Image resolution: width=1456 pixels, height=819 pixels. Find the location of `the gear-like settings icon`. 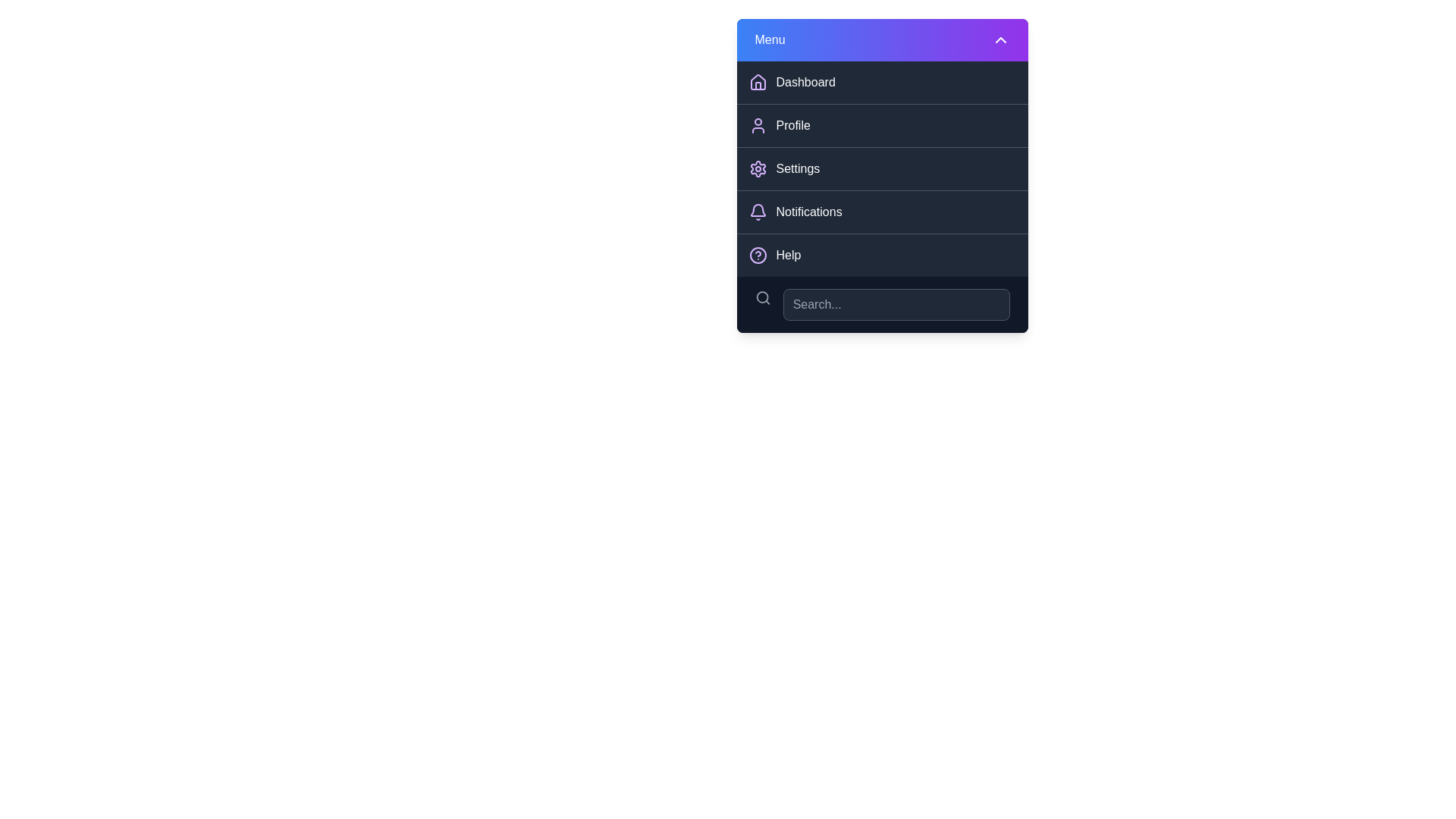

the gear-like settings icon is located at coordinates (758, 169).